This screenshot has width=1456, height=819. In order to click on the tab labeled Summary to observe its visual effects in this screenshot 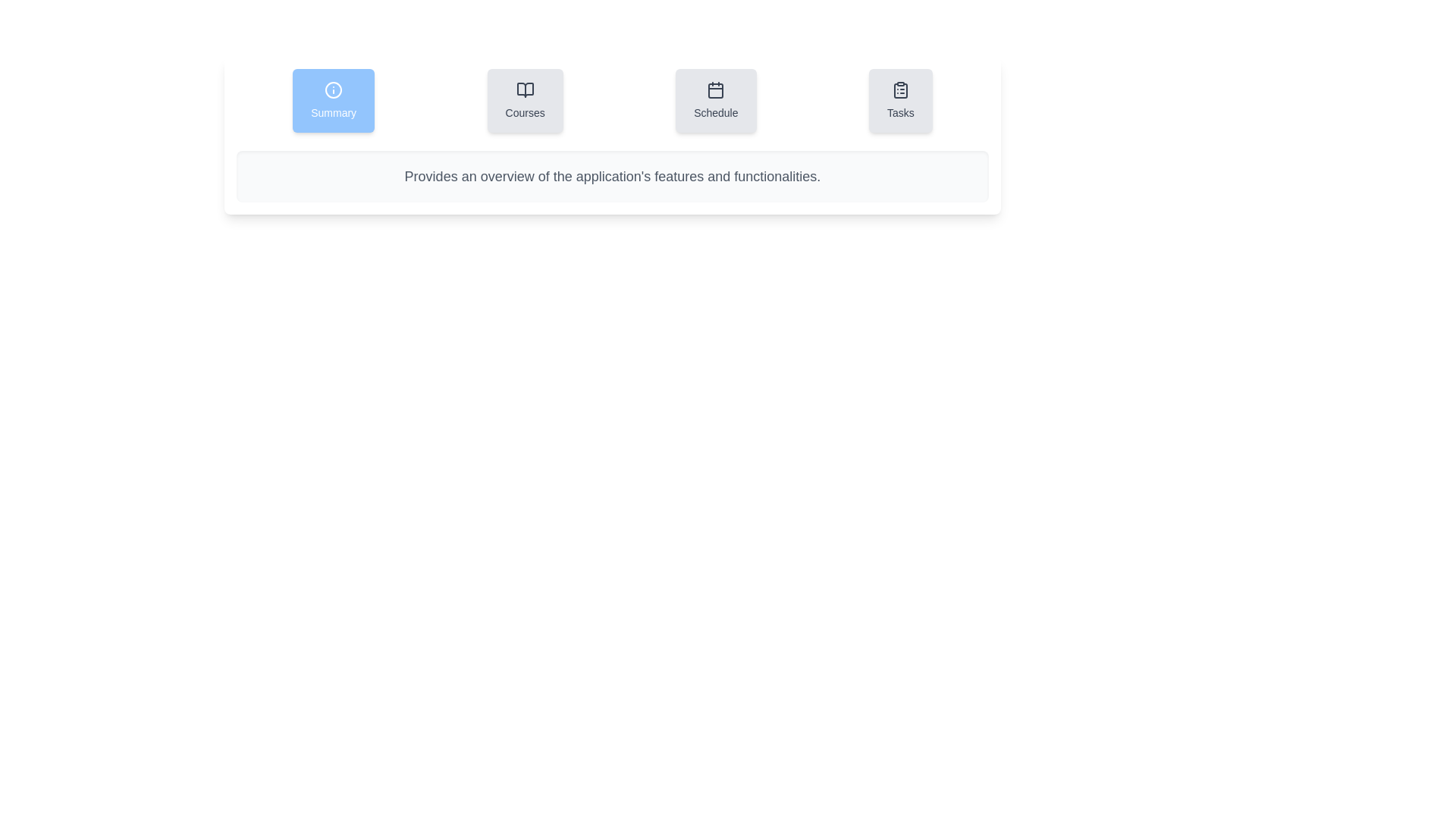, I will do `click(333, 100)`.